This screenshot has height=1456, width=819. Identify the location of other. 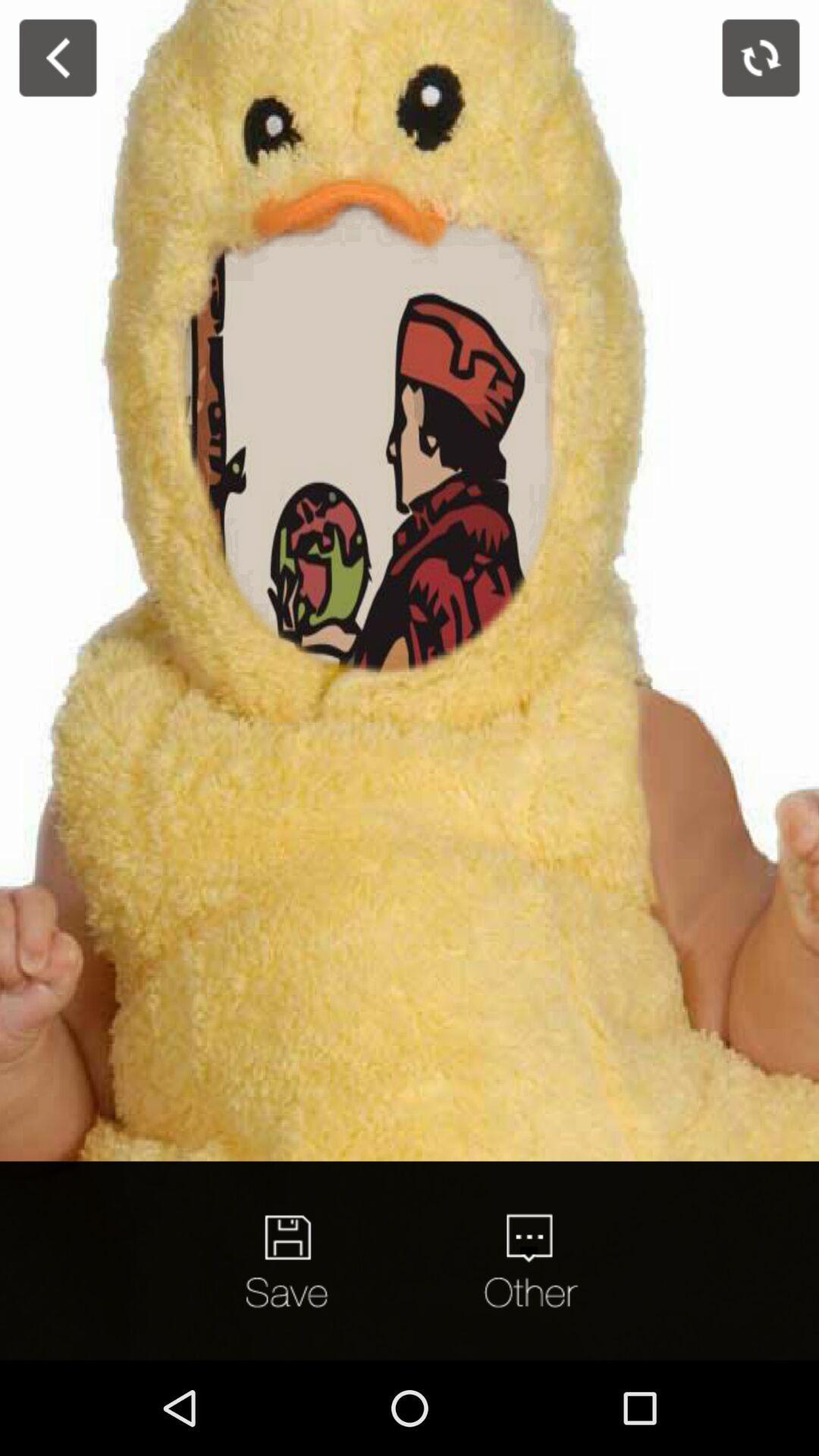
(528, 1260).